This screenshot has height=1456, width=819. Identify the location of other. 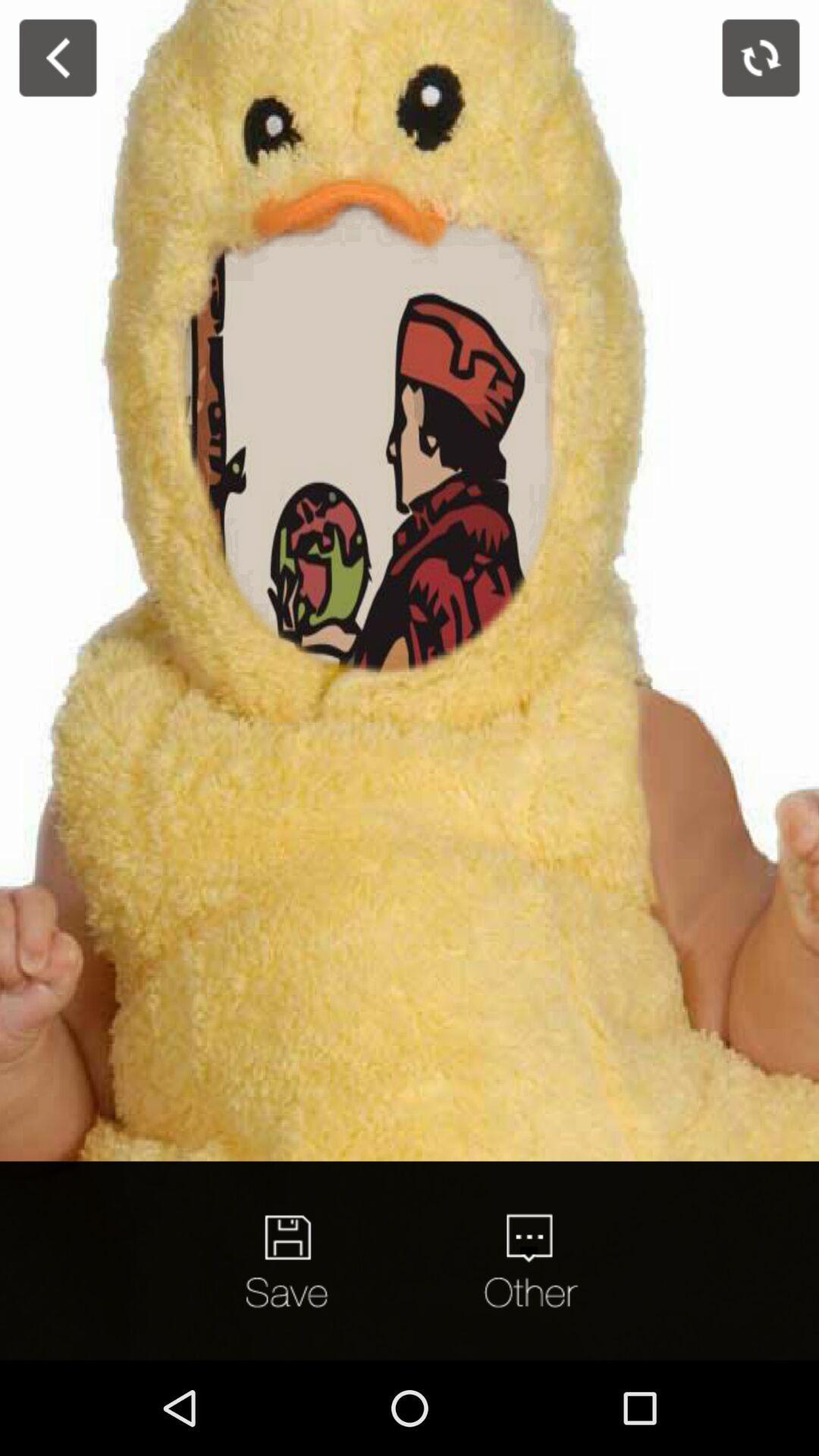
(528, 1260).